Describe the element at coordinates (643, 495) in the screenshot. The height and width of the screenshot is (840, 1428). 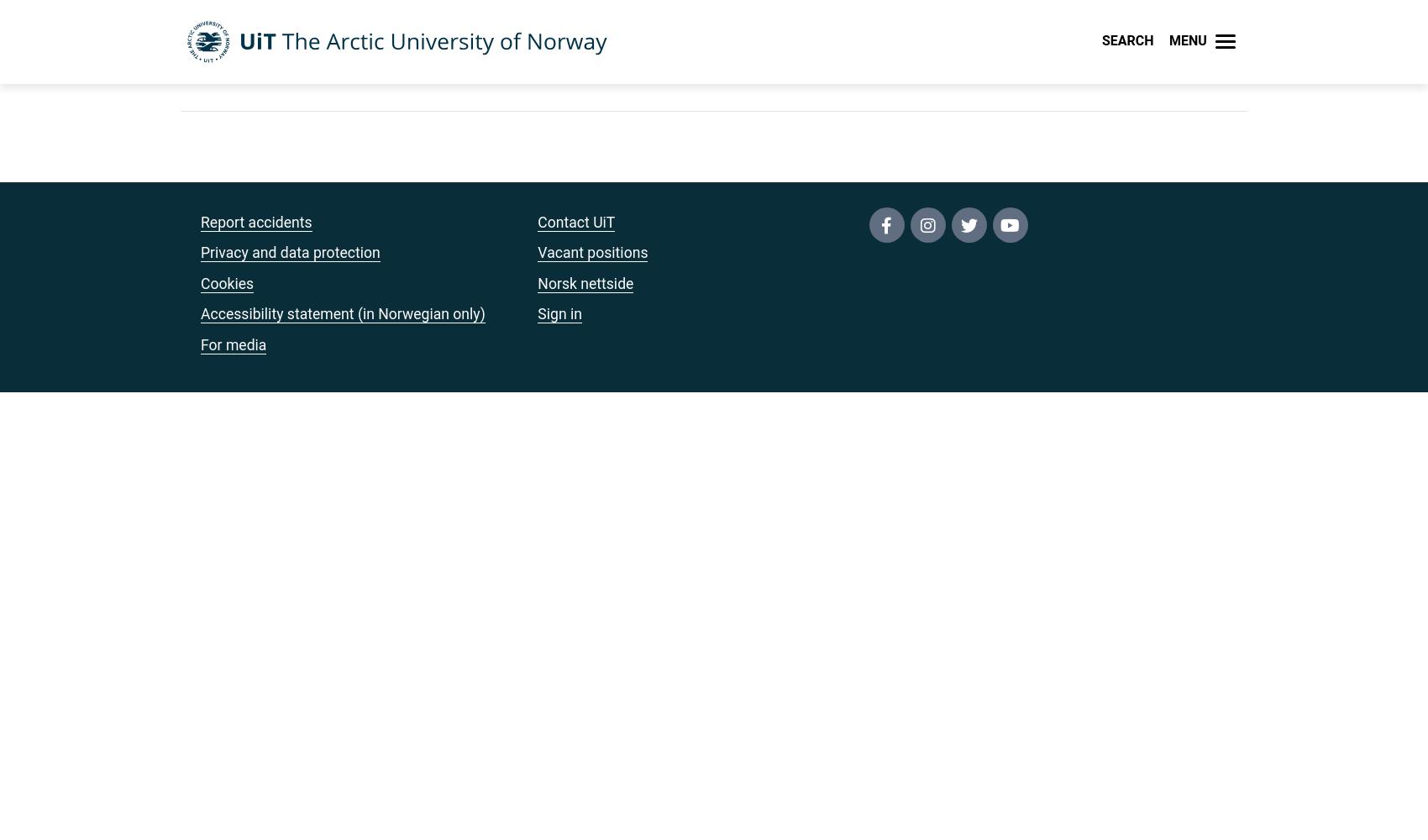
I see `'For students'` at that location.